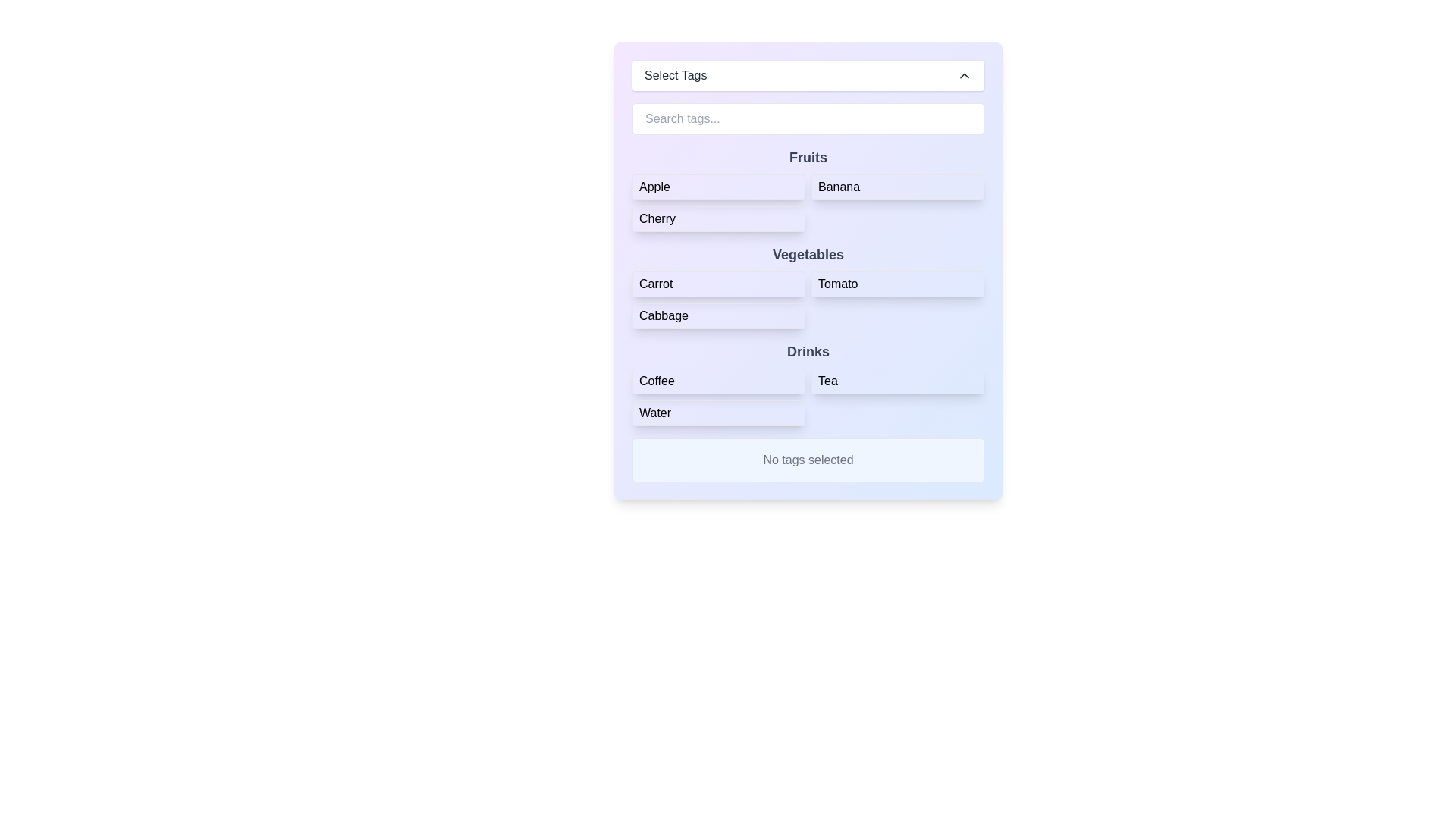  Describe the element at coordinates (657, 219) in the screenshot. I see `the 'Cherry' tag button in the 'Fruits' category` at that location.